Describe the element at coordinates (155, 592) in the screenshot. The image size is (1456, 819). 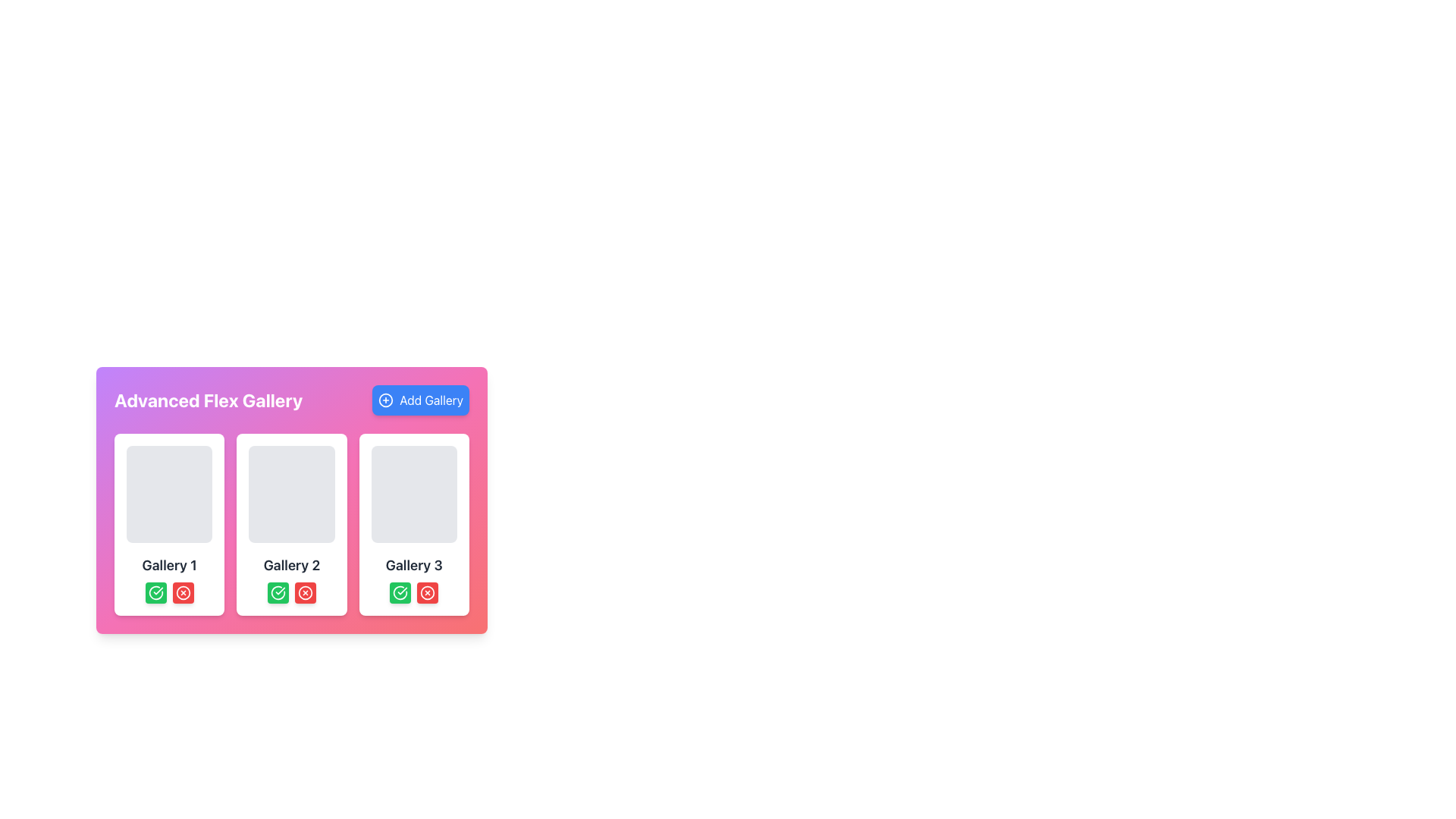
I see `the circular graphical component of the green checkmark button located in the third gallery card under 'Gallery 3'` at that location.